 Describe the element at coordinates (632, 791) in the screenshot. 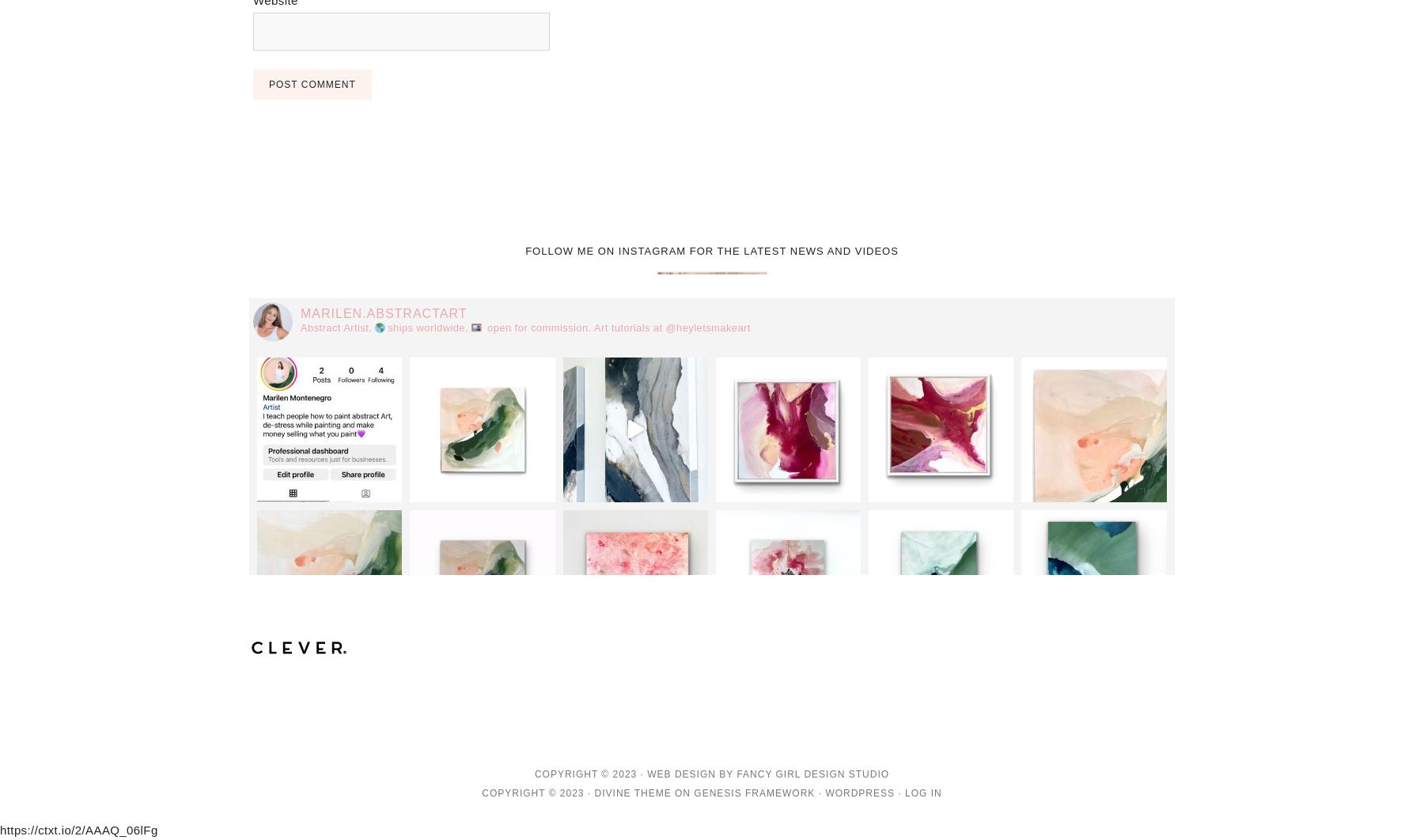

I see `'Divine Theme'` at that location.